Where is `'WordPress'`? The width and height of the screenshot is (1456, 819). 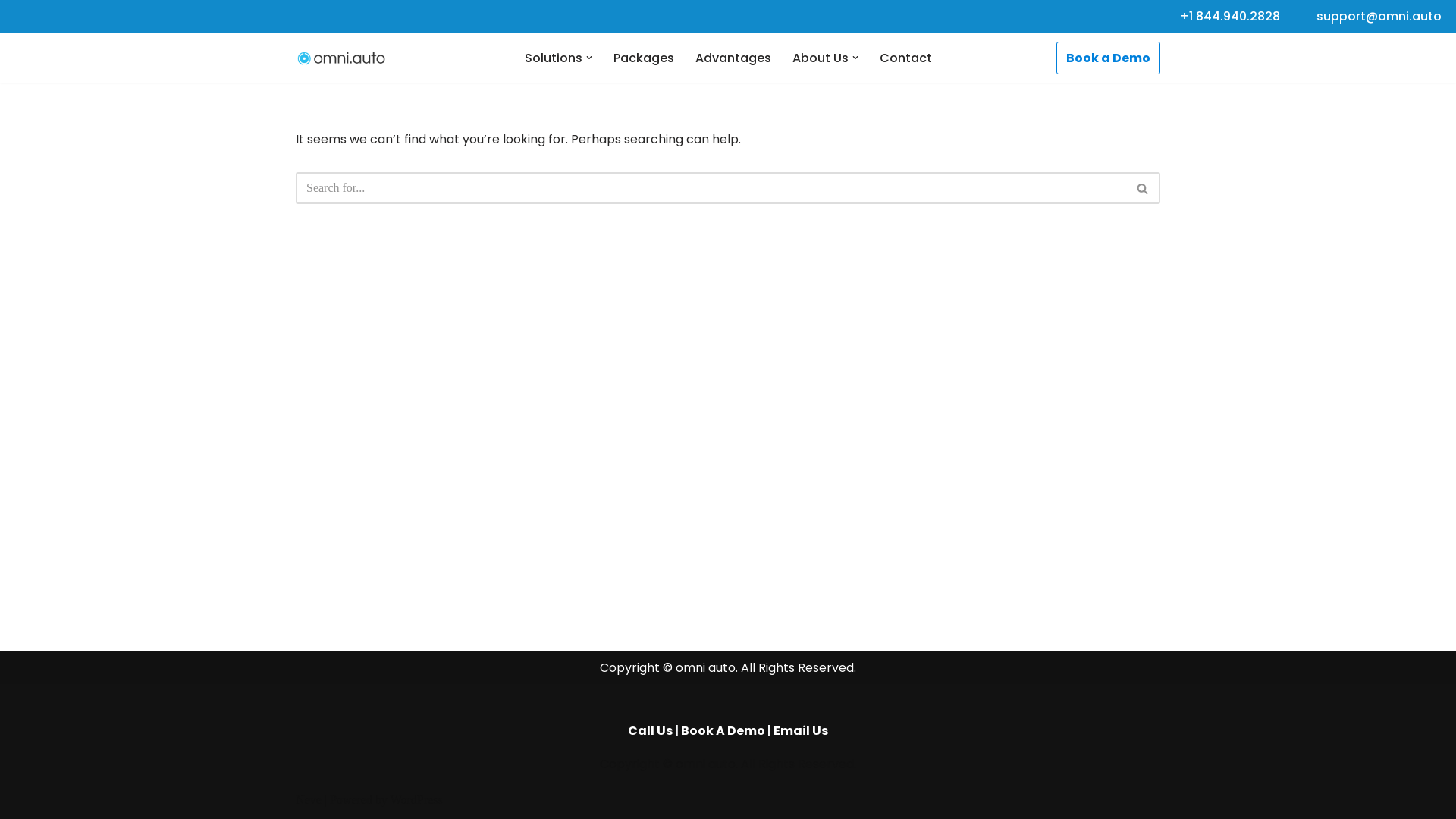
'WordPress' is located at coordinates (416, 799).